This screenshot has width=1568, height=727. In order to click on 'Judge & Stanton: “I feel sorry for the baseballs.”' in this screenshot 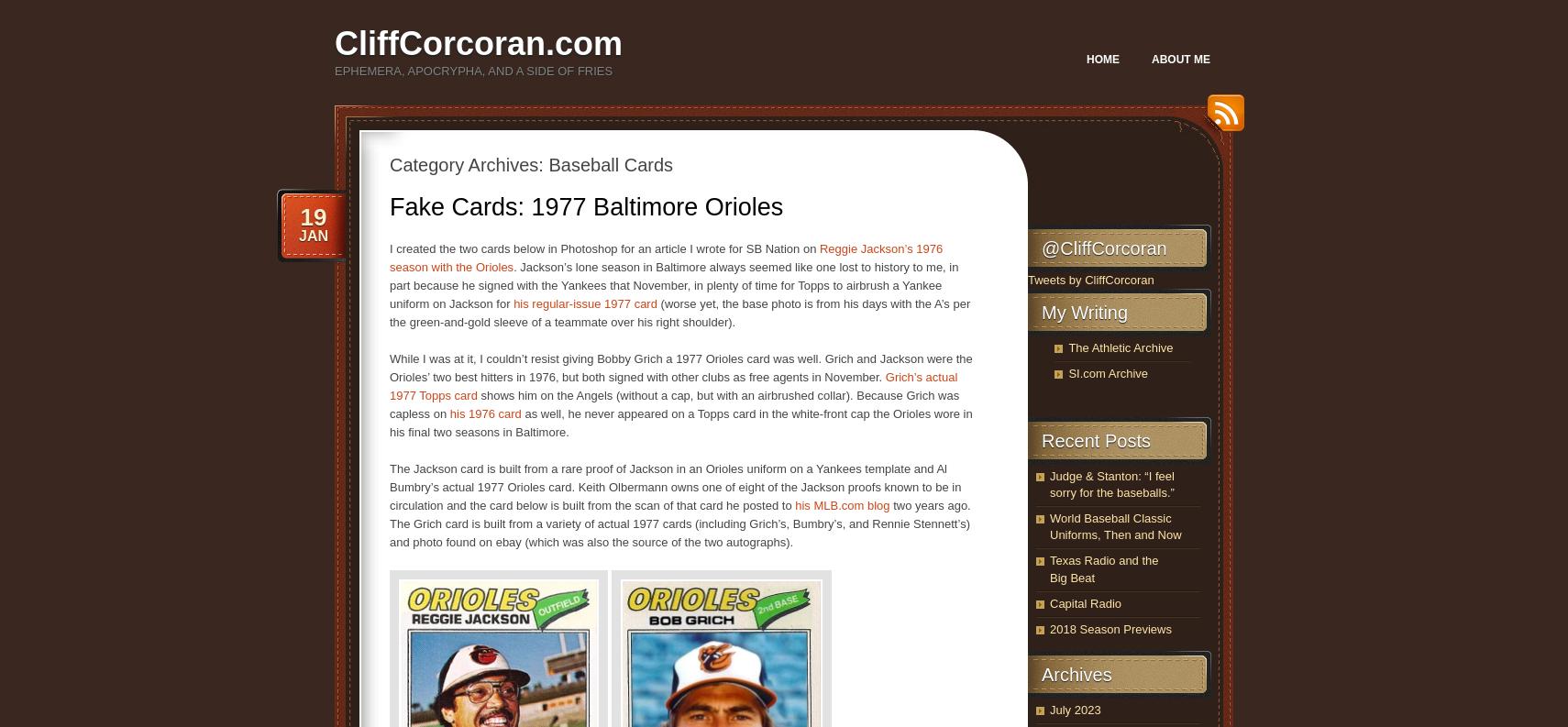, I will do `click(1110, 483)`.